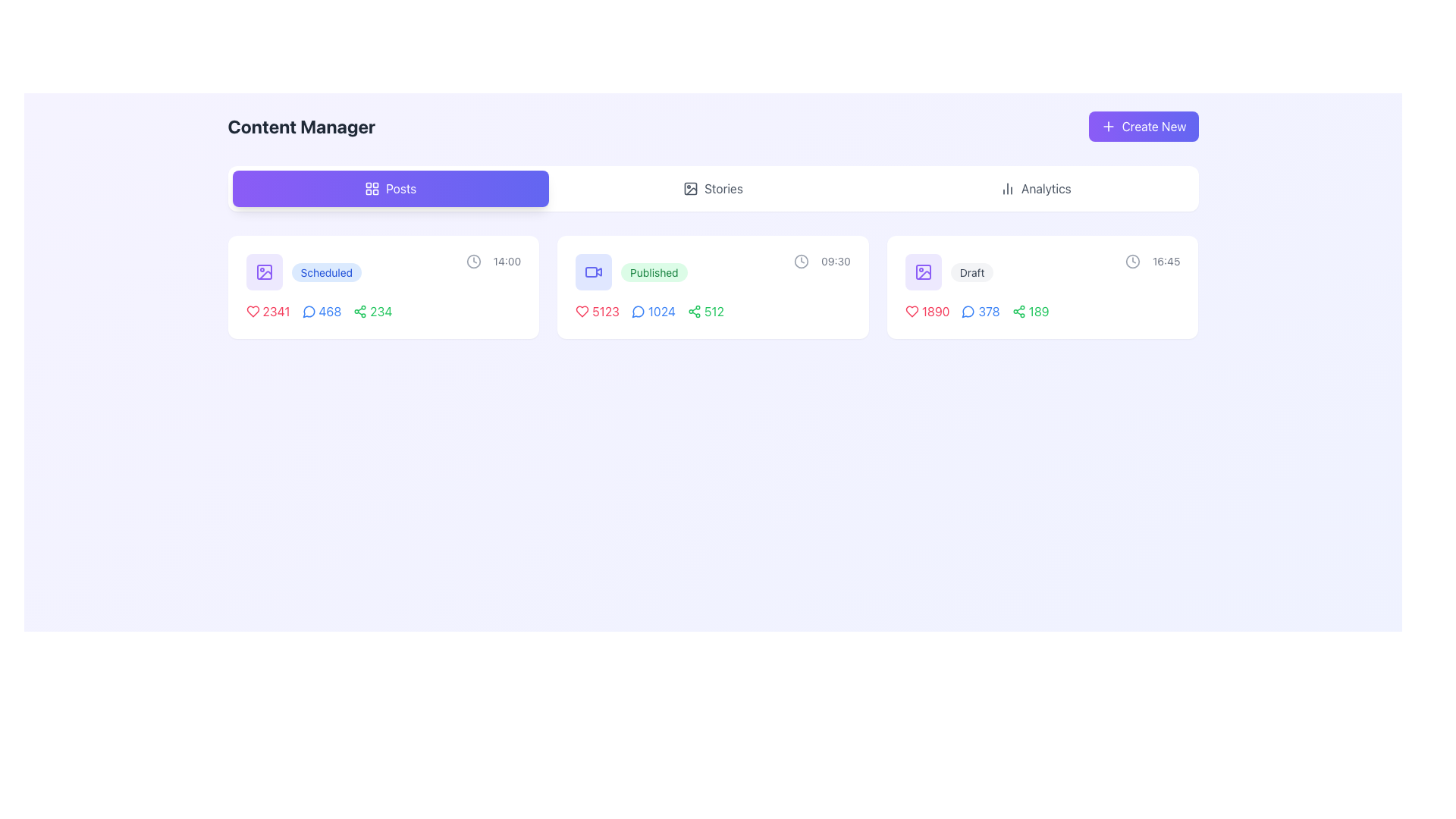 This screenshot has height=819, width=1456. Describe the element at coordinates (593, 271) in the screenshot. I see `the Icon button located` at that location.